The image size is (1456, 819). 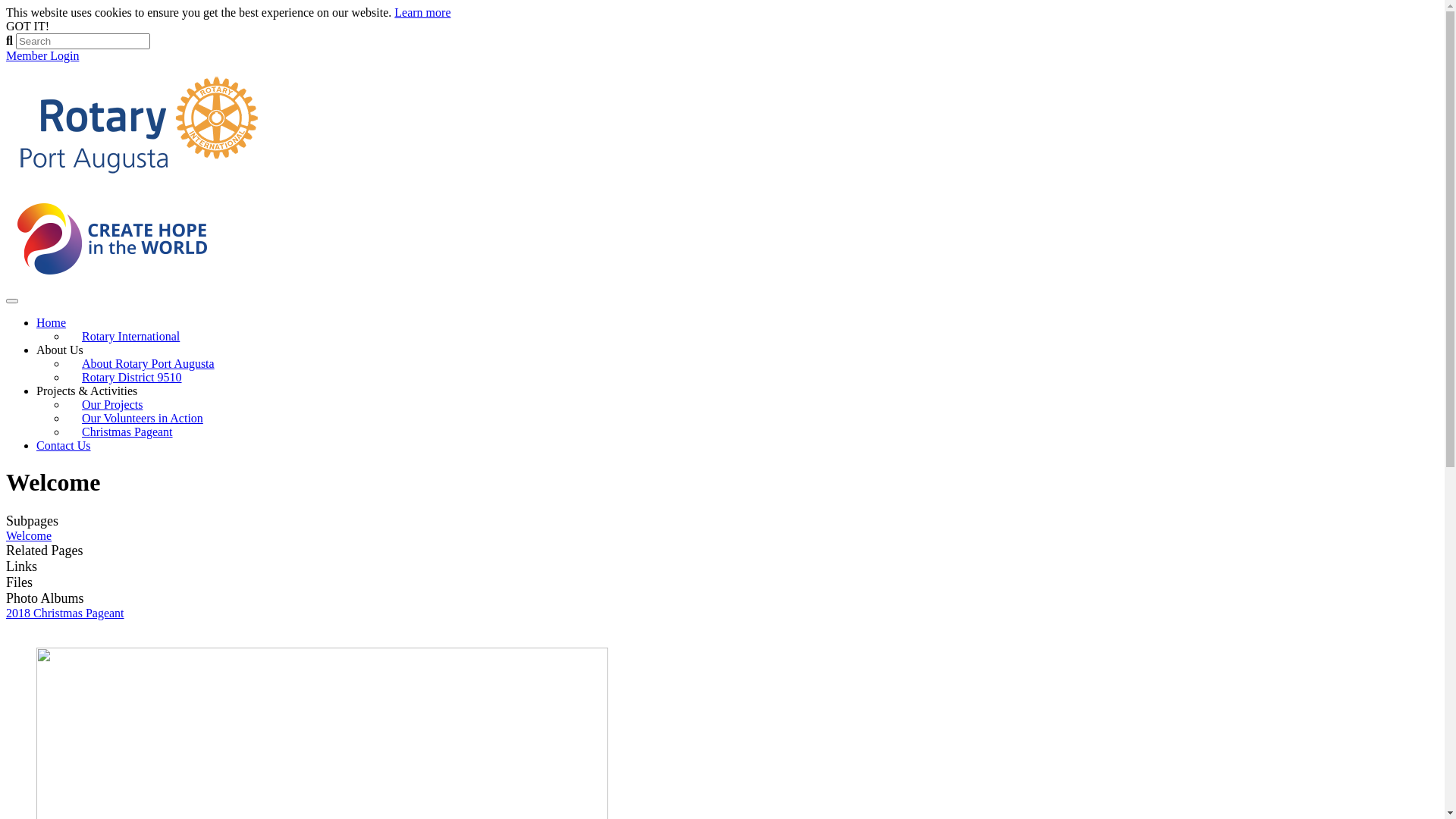 What do you see at coordinates (11, 301) in the screenshot?
I see `'Toggle navigation'` at bounding box center [11, 301].